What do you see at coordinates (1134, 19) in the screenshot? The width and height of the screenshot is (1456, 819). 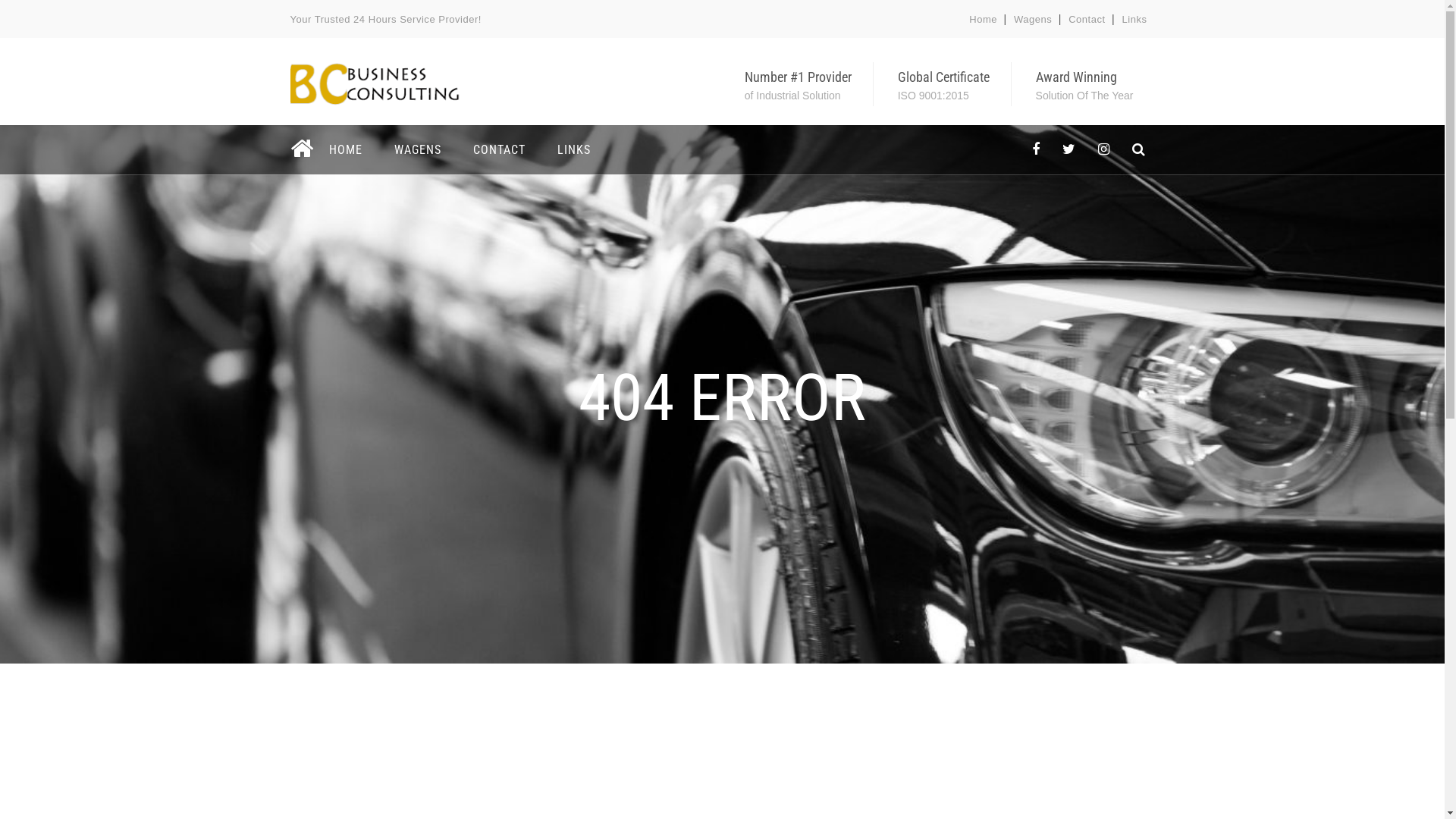 I see `'Links'` at bounding box center [1134, 19].